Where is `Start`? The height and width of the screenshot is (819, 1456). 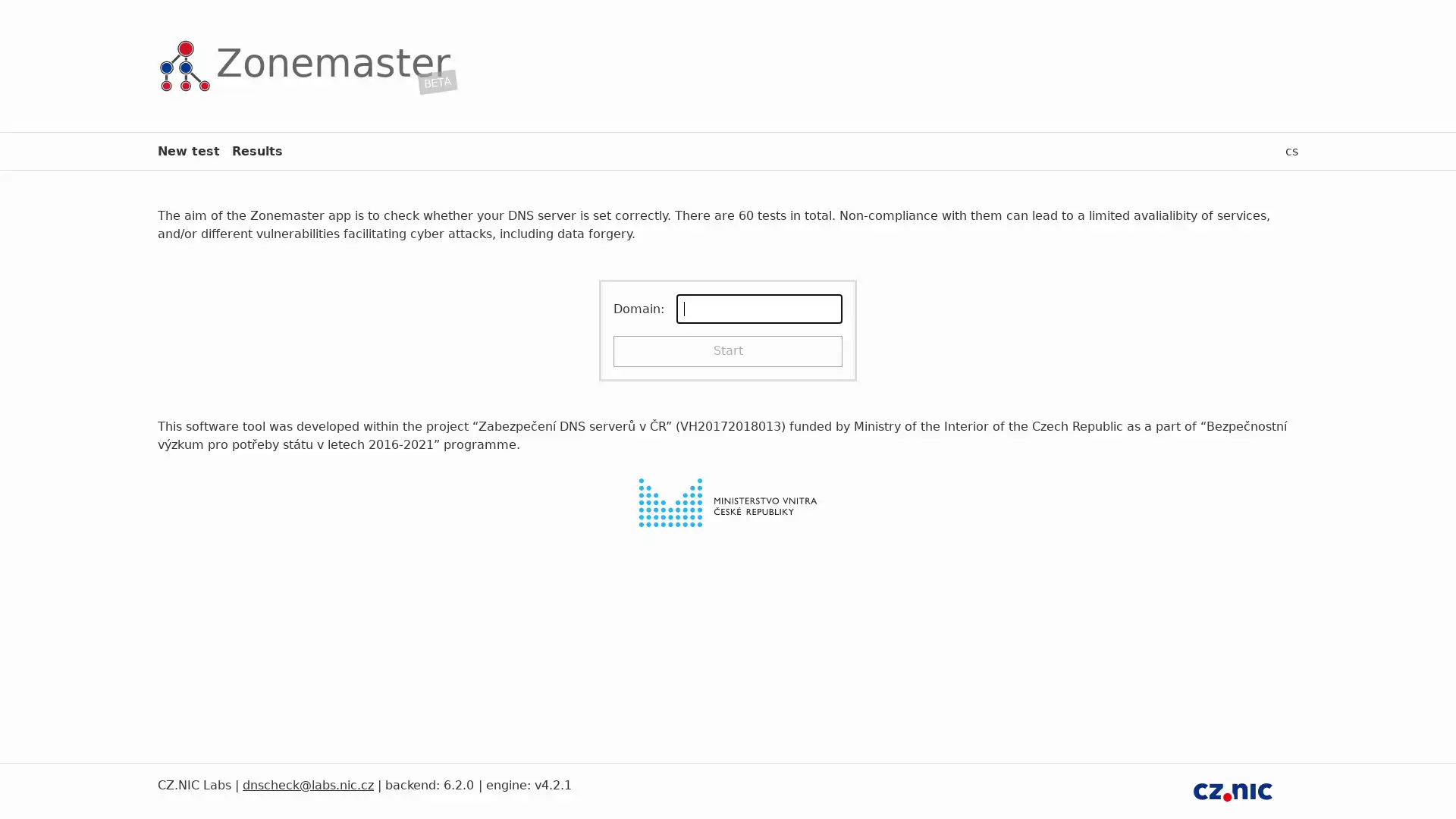 Start is located at coordinates (726, 350).